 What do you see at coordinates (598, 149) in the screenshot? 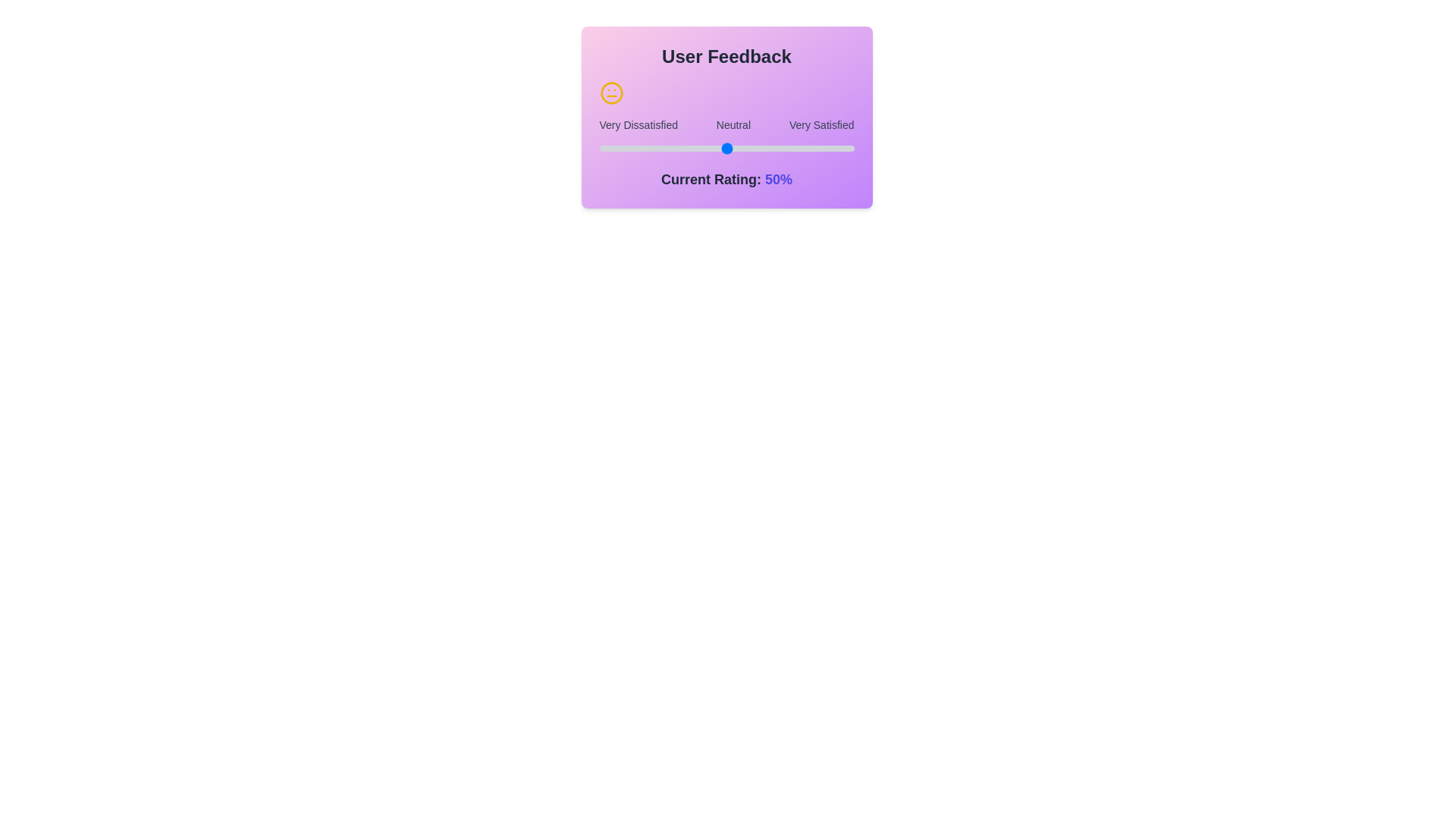
I see `the slider to set the rating to 31%` at bounding box center [598, 149].